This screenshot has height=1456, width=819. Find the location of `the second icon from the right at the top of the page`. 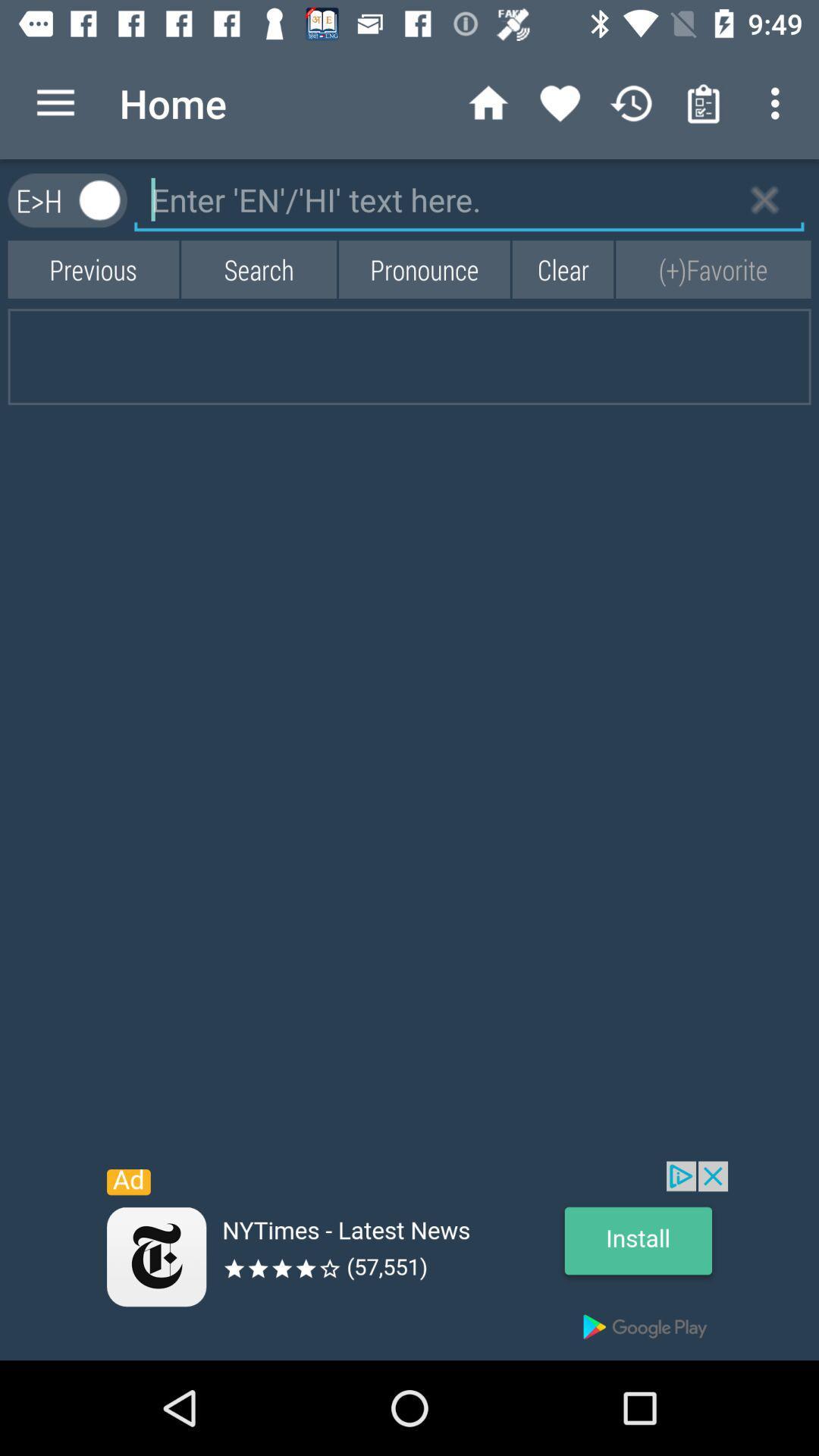

the second icon from the right at the top of the page is located at coordinates (704, 103).